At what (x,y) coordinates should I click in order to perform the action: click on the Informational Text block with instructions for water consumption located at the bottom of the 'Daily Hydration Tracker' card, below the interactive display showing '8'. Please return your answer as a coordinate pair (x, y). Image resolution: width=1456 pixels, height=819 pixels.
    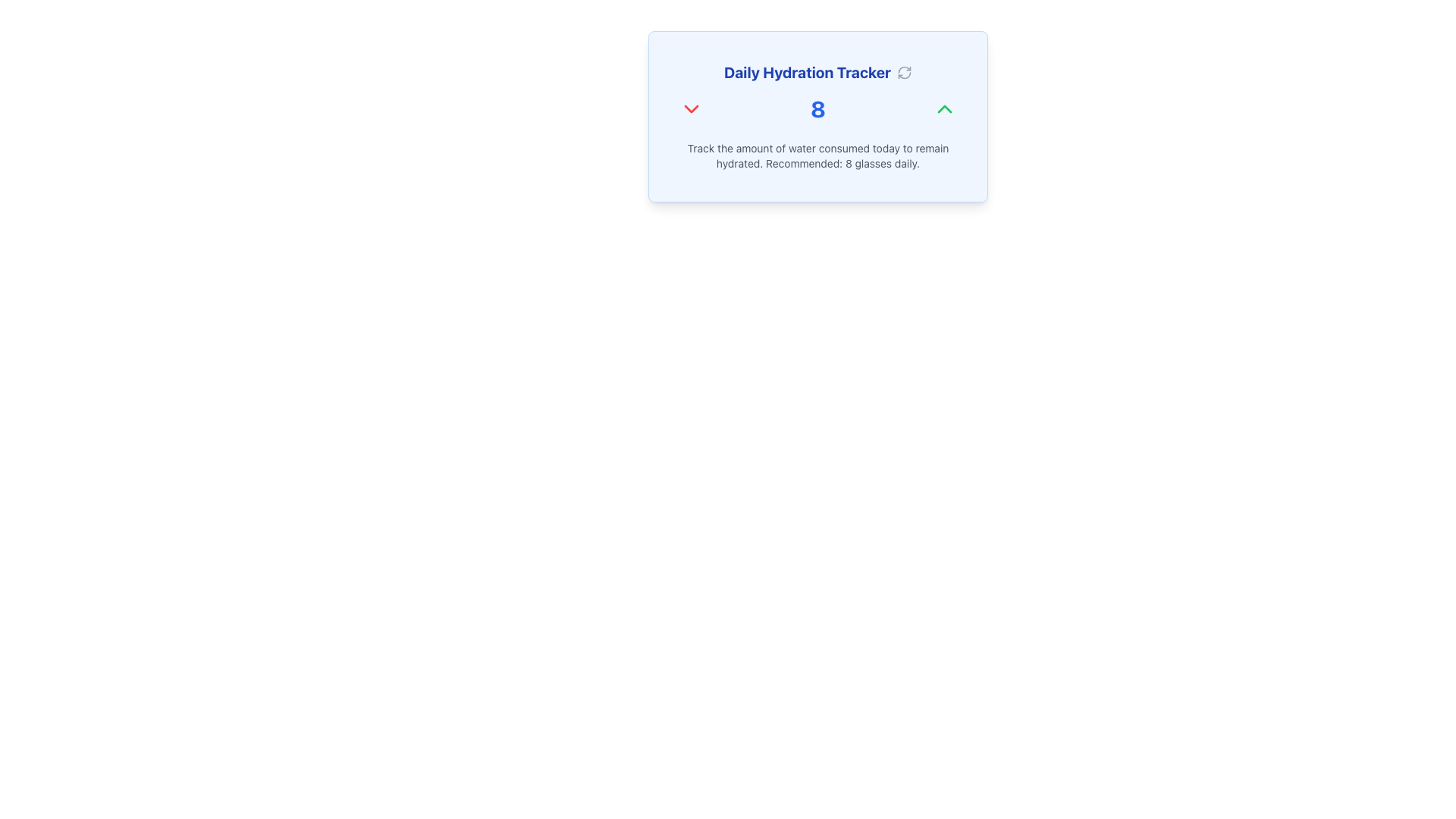
    Looking at the image, I should click on (817, 155).